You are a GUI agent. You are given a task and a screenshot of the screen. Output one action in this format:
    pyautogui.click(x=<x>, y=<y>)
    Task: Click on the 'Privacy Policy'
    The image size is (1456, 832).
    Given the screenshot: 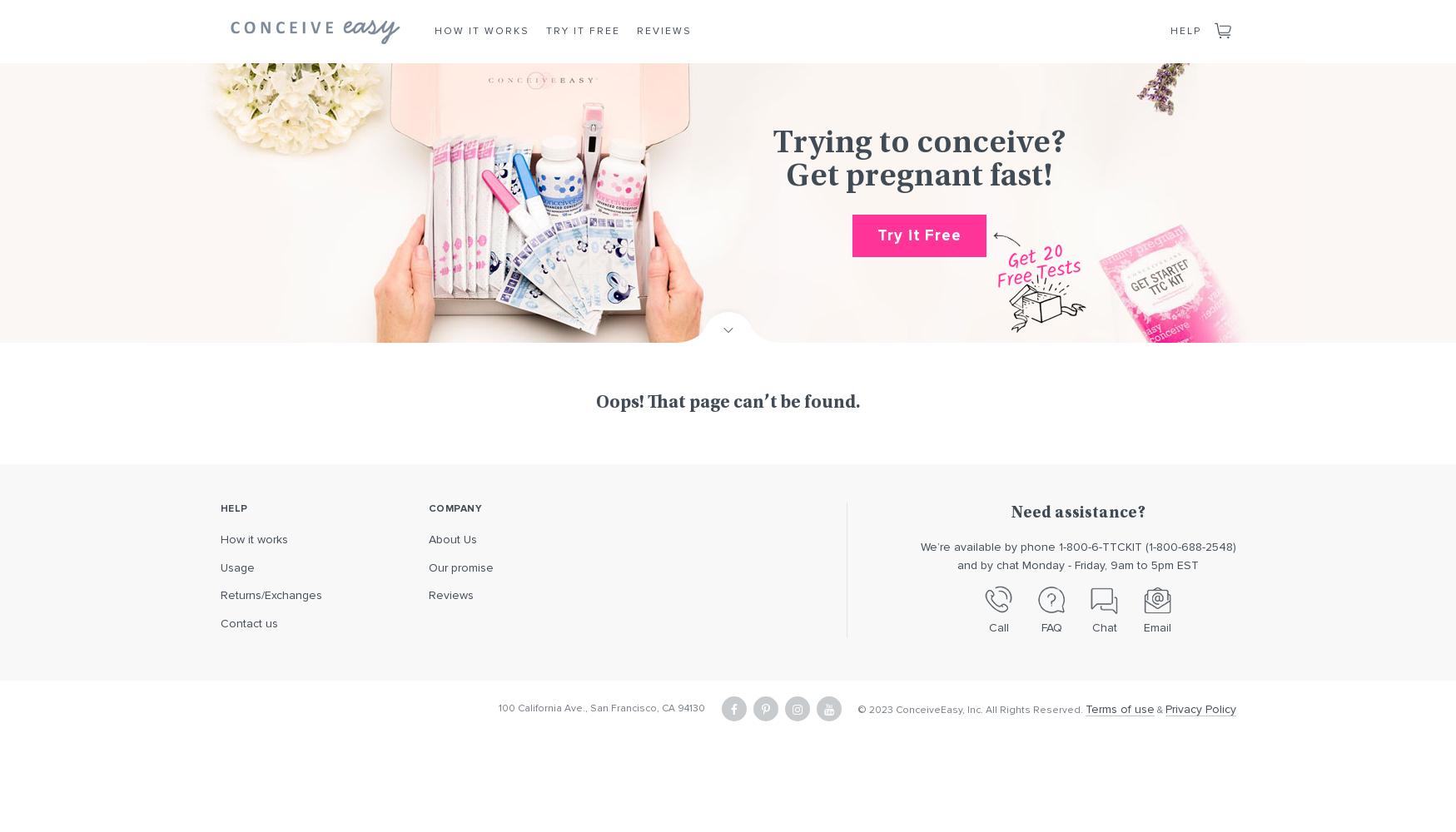 What is the action you would take?
    pyautogui.click(x=1200, y=707)
    